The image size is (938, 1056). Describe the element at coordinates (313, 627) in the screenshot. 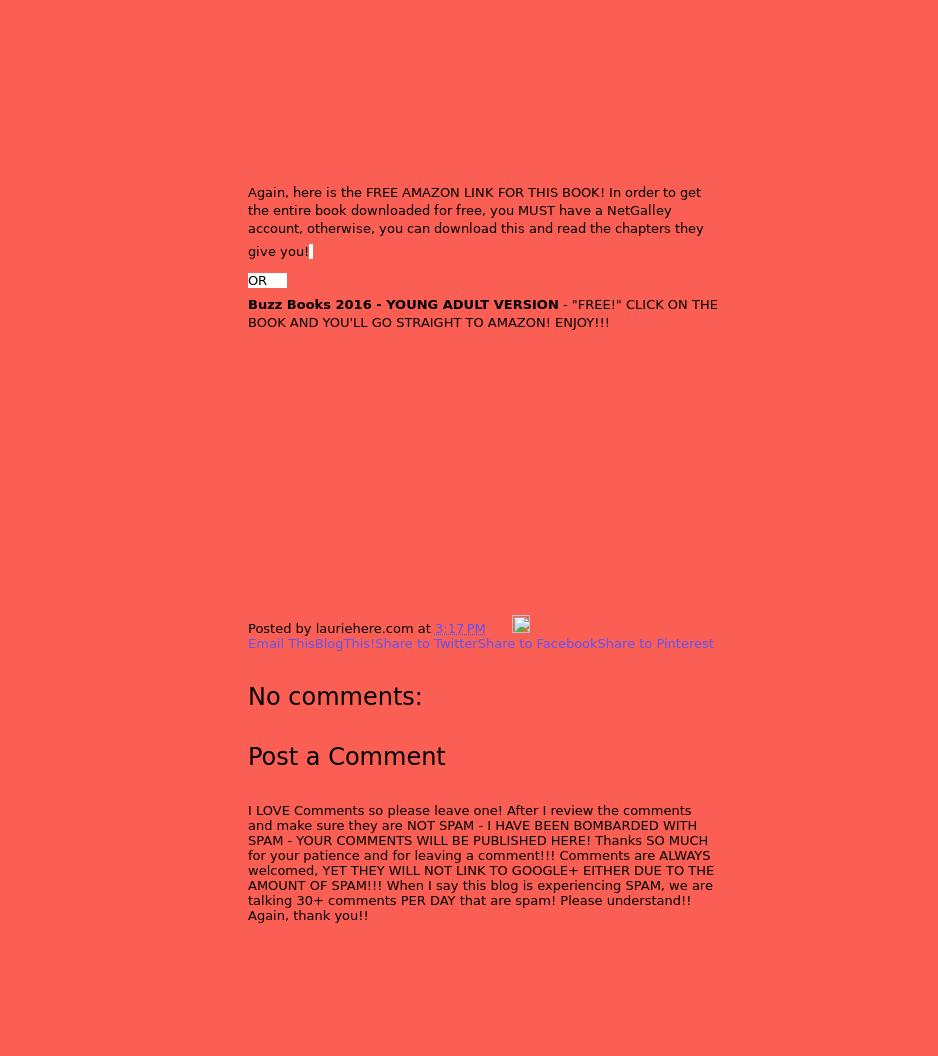

I see `'lauriehere.com'` at that location.